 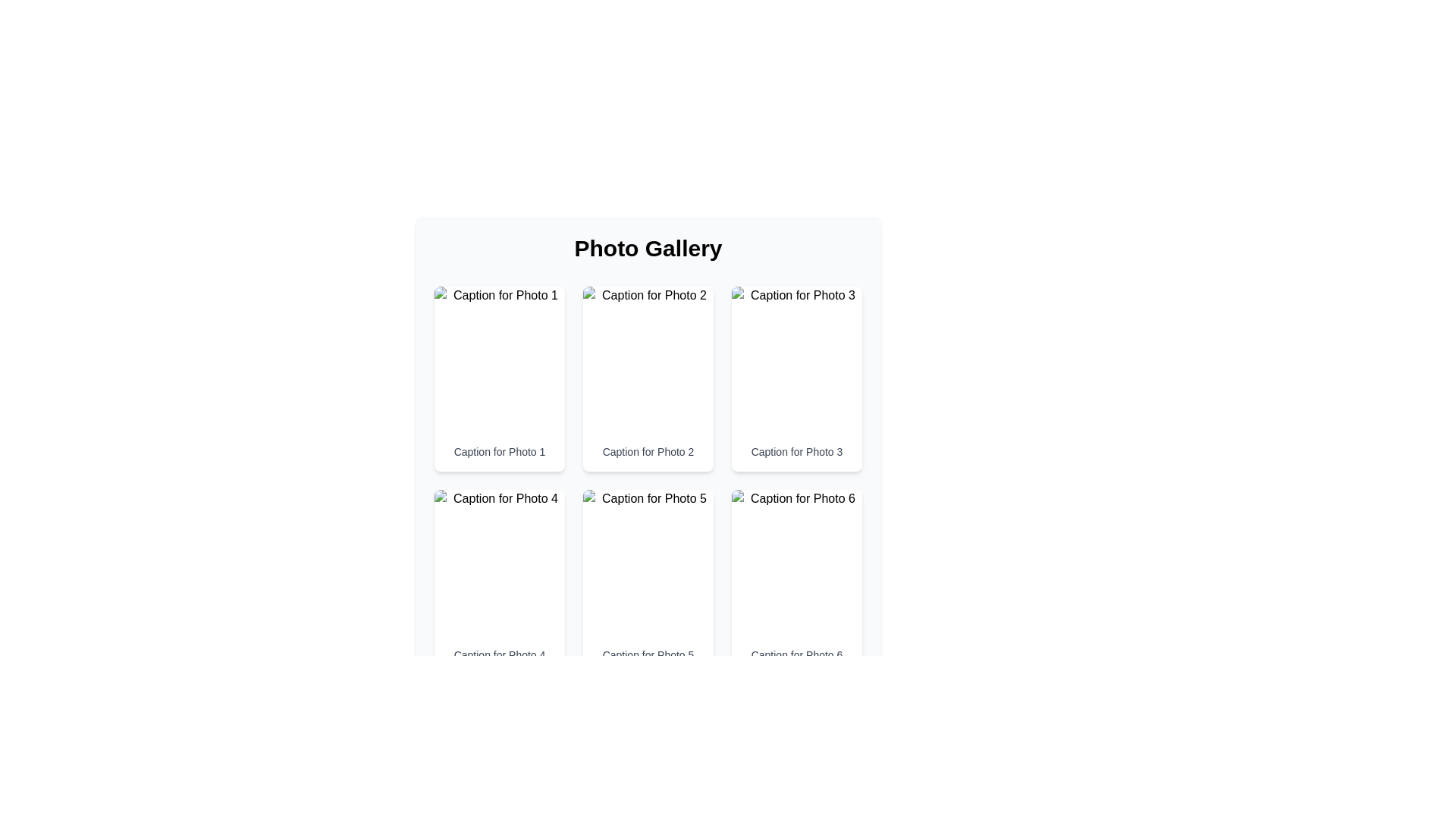 What do you see at coordinates (499, 378) in the screenshot?
I see `the first card in the top-left corner of the grid layout` at bounding box center [499, 378].